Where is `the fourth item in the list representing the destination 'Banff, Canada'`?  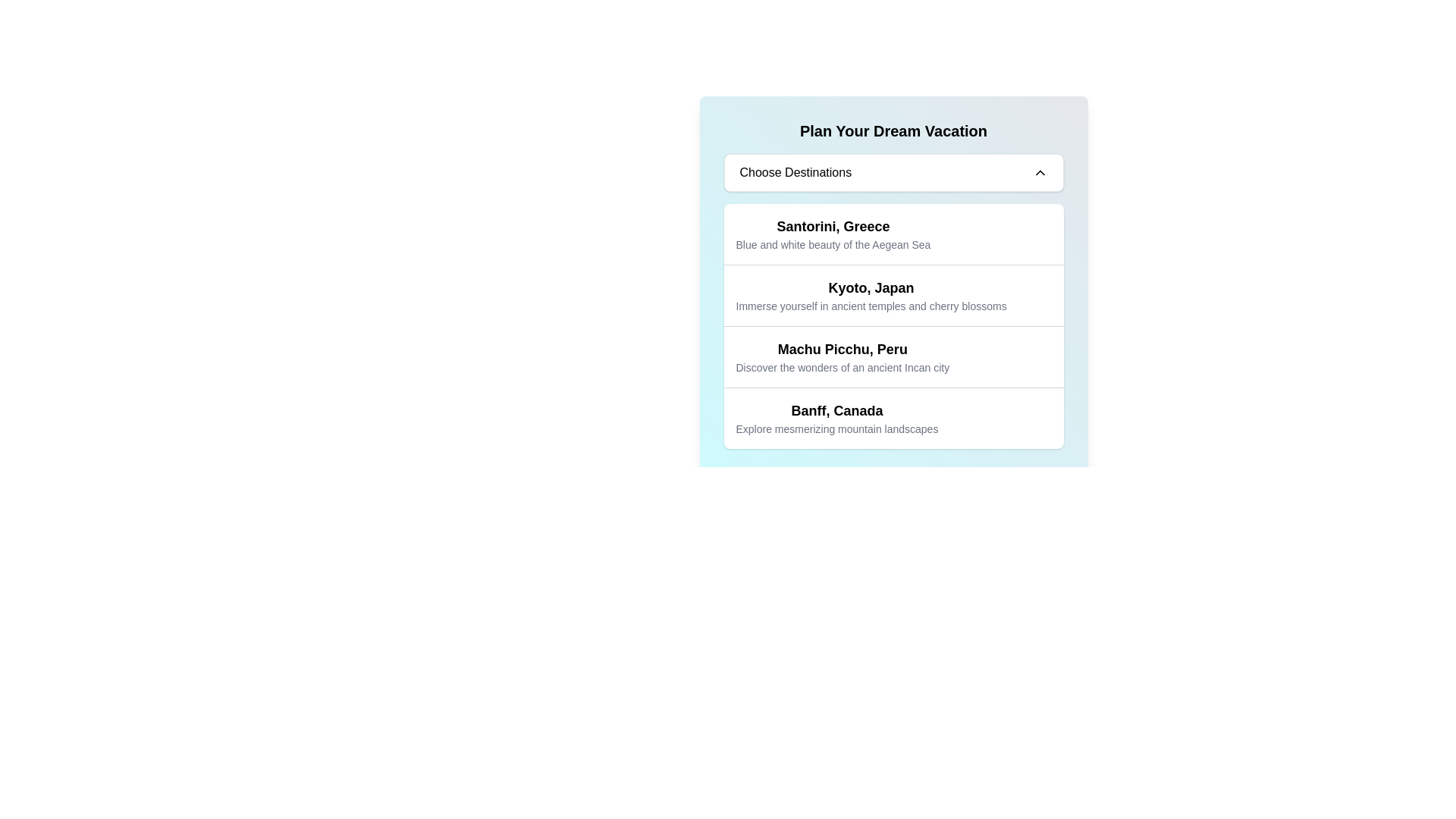 the fourth item in the list representing the destination 'Banff, Canada' is located at coordinates (893, 418).